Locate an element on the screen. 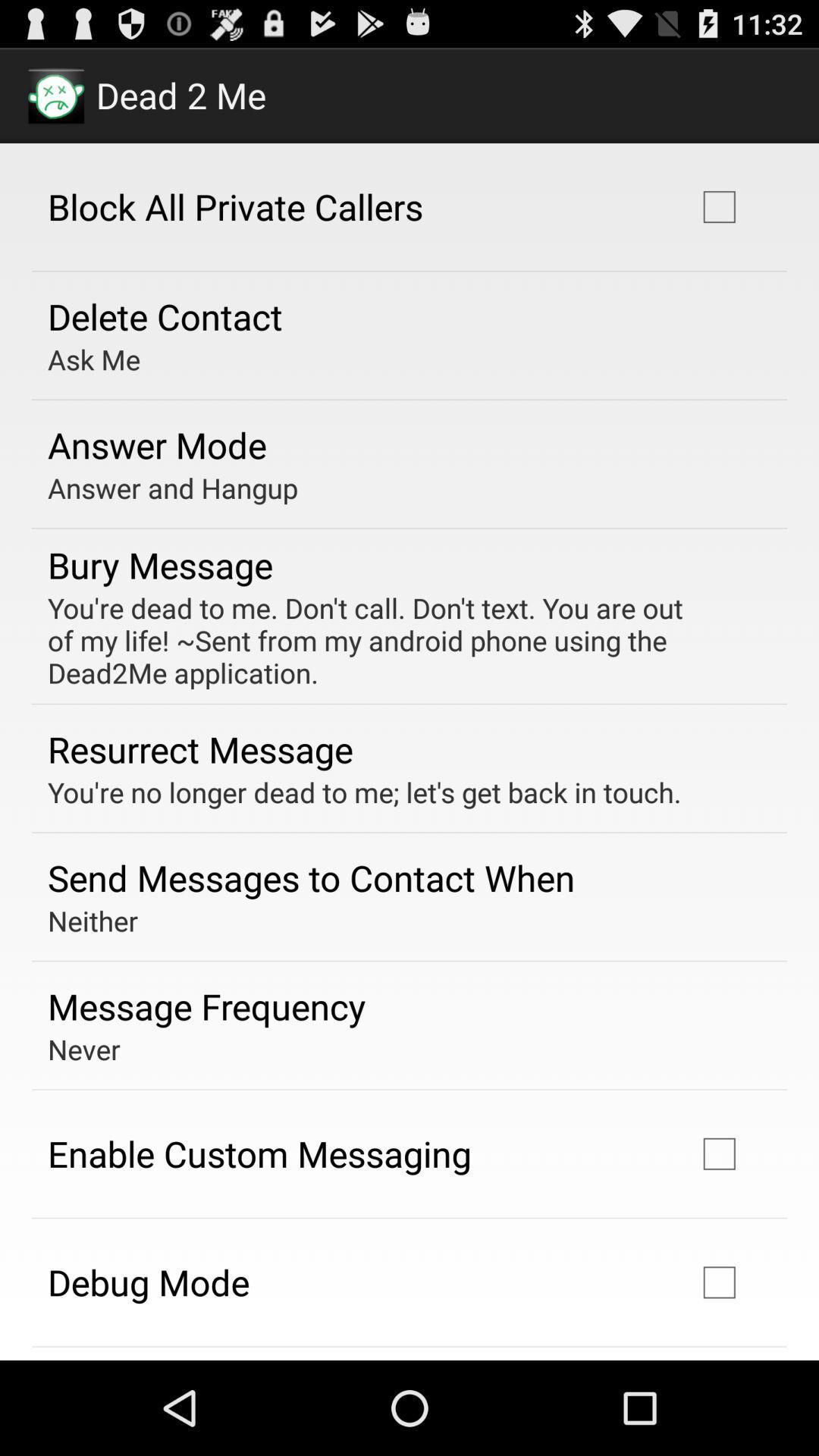 The image size is (819, 1456). the item below delete contact item is located at coordinates (94, 359).